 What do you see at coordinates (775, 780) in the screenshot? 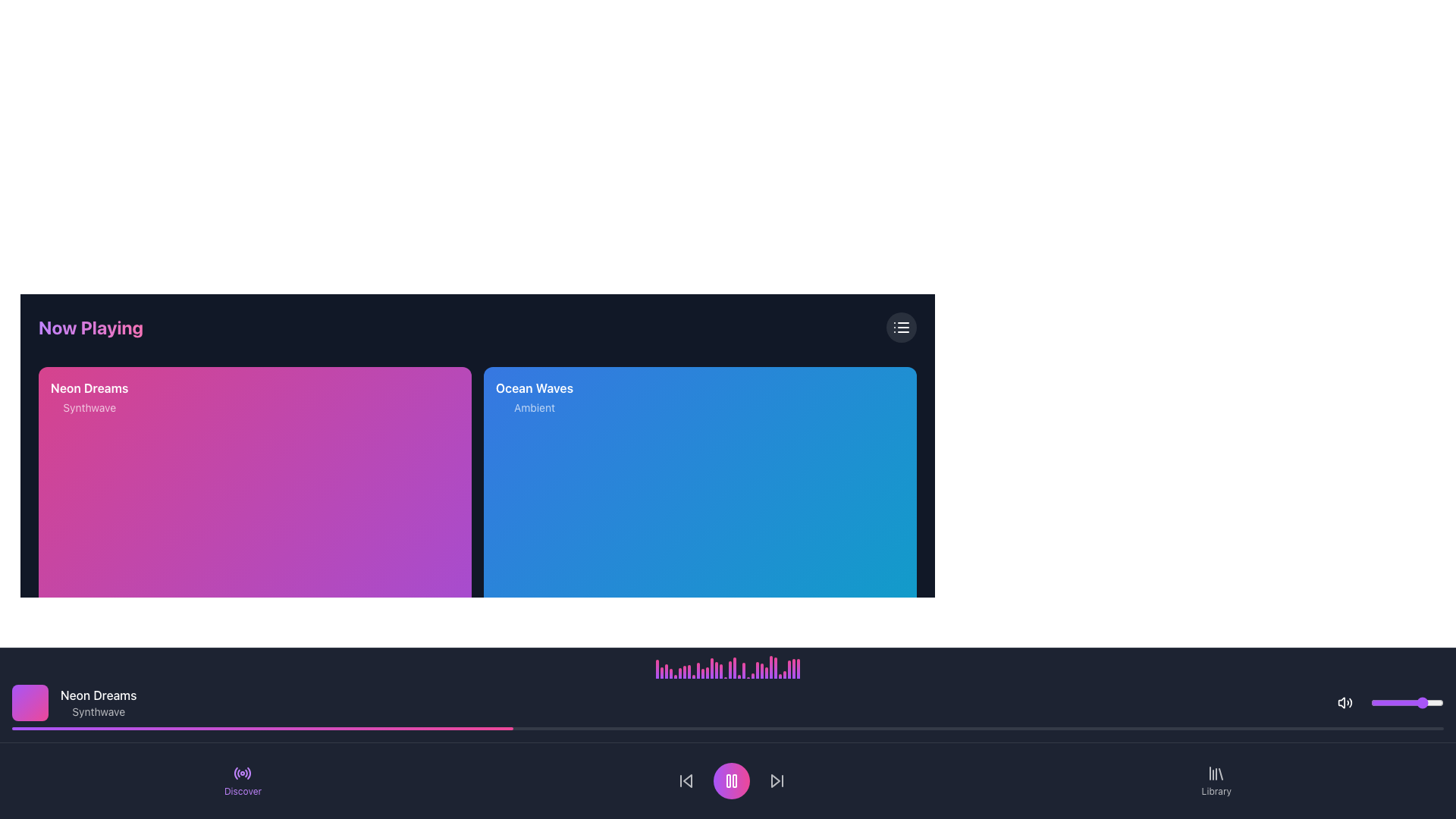
I see `the right-pointing arrow icon of the skip-forward button located in the bottom-right section of the media player's control panel` at bounding box center [775, 780].